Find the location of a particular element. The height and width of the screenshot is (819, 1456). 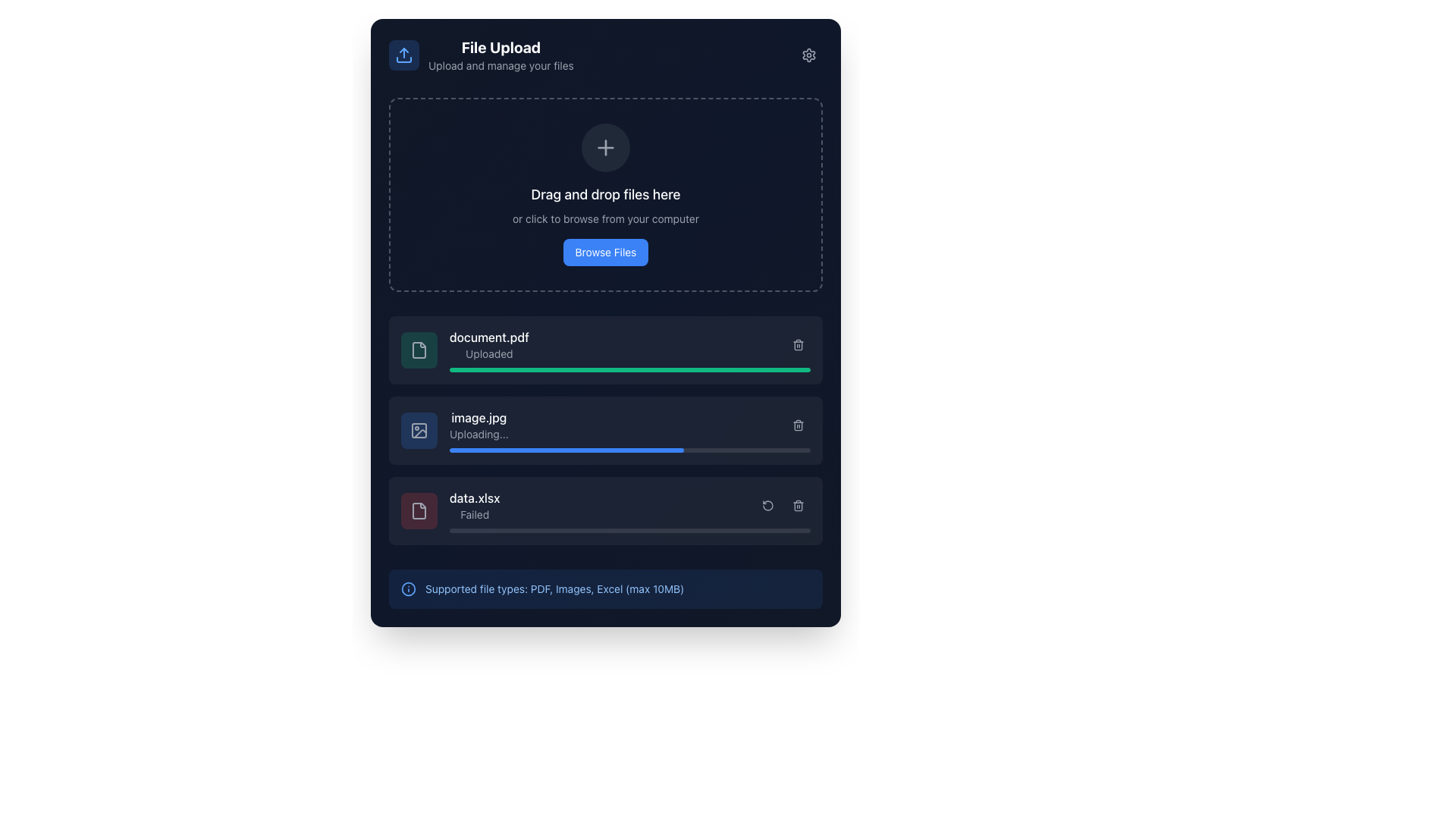

the delete icon (trashcan) positioned to the right of the loading progress bar for 'image.jpg' is located at coordinates (797, 425).